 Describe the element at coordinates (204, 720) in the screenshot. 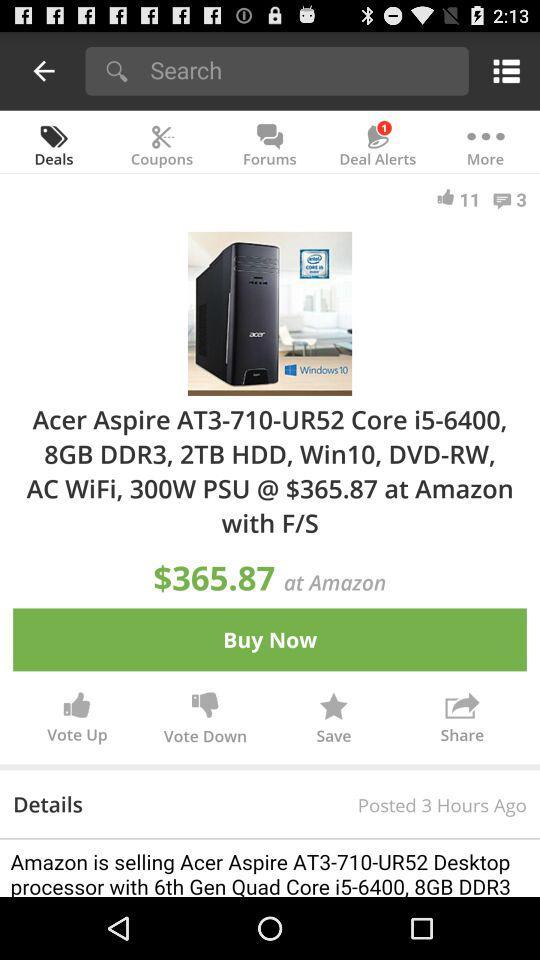

I see `the button below buy now button` at that location.